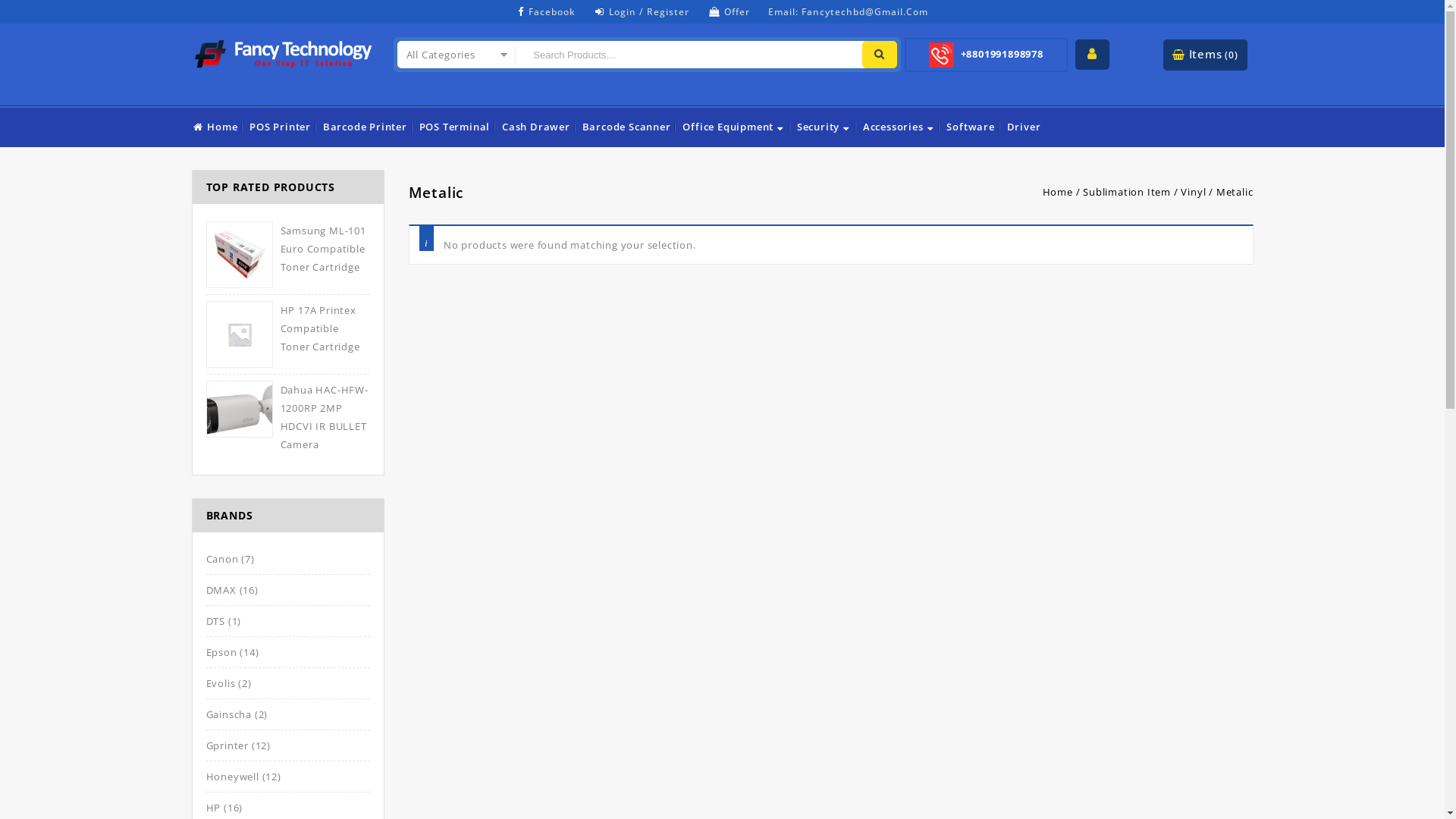  What do you see at coordinates (1006, 125) in the screenshot?
I see `'Driver'` at bounding box center [1006, 125].